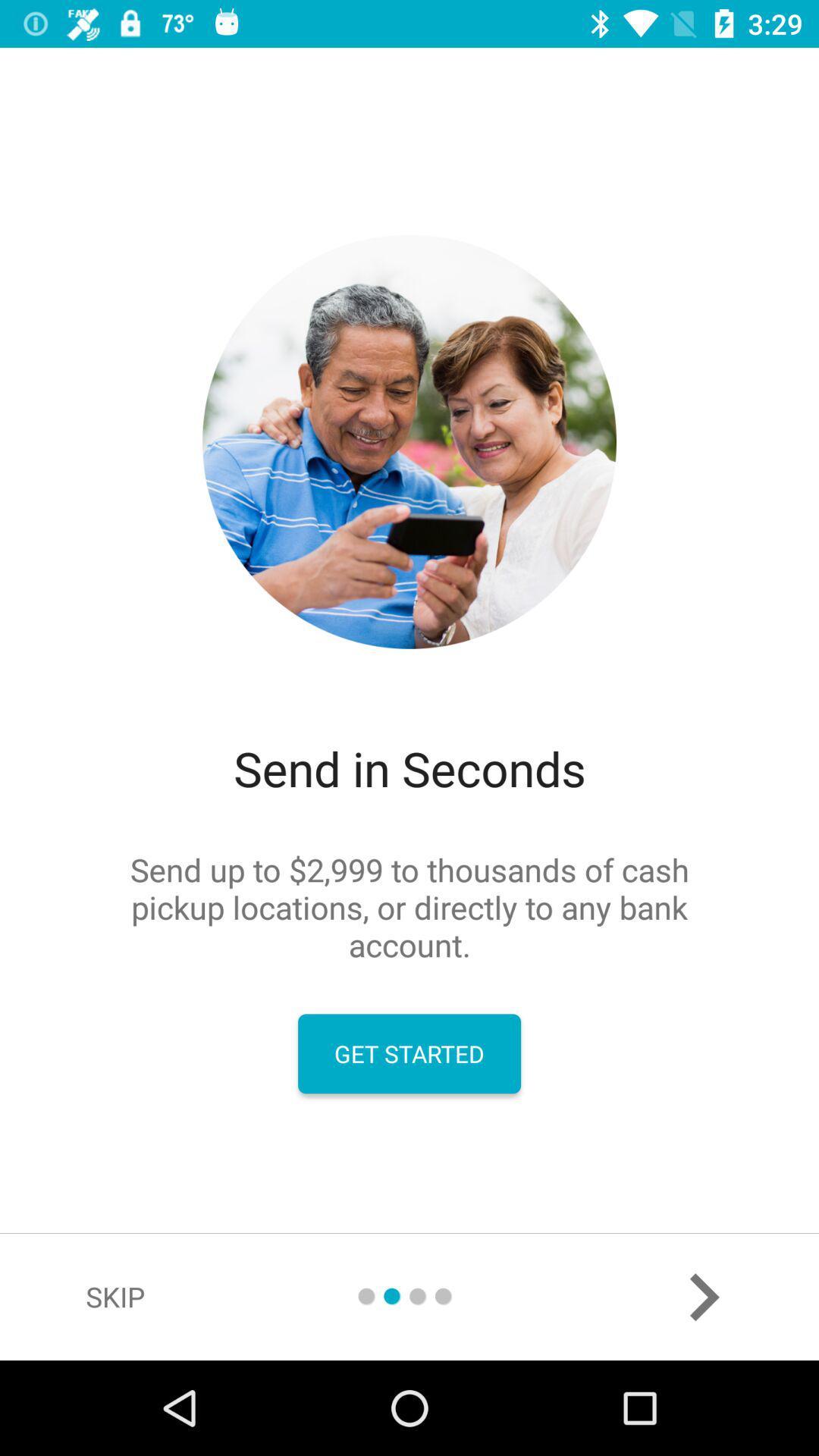  I want to click on the arrow_forward icon, so click(703, 1296).